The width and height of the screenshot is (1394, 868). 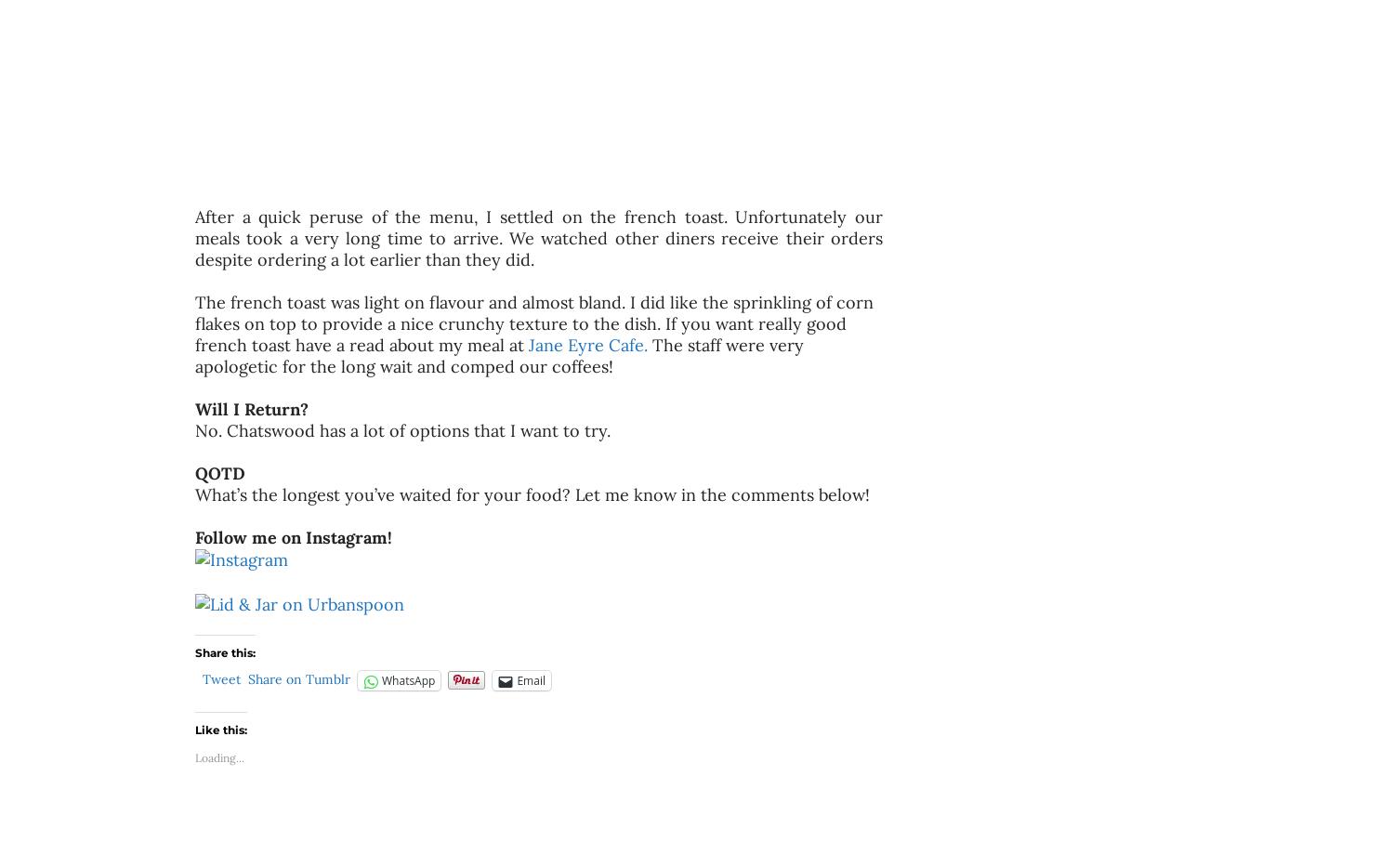 What do you see at coordinates (219, 472) in the screenshot?
I see `'QOTD'` at bounding box center [219, 472].